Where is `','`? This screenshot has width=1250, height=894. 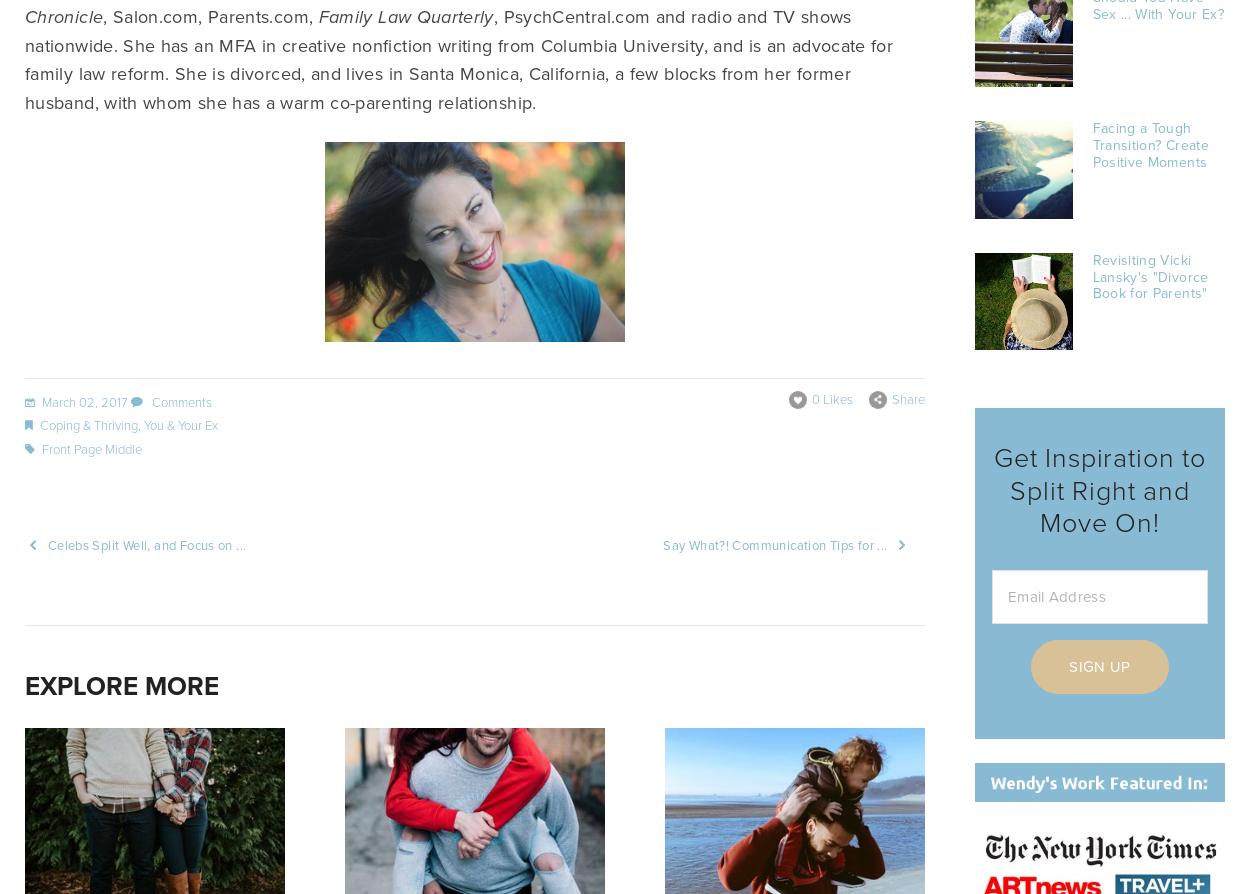 ',' is located at coordinates (140, 424).